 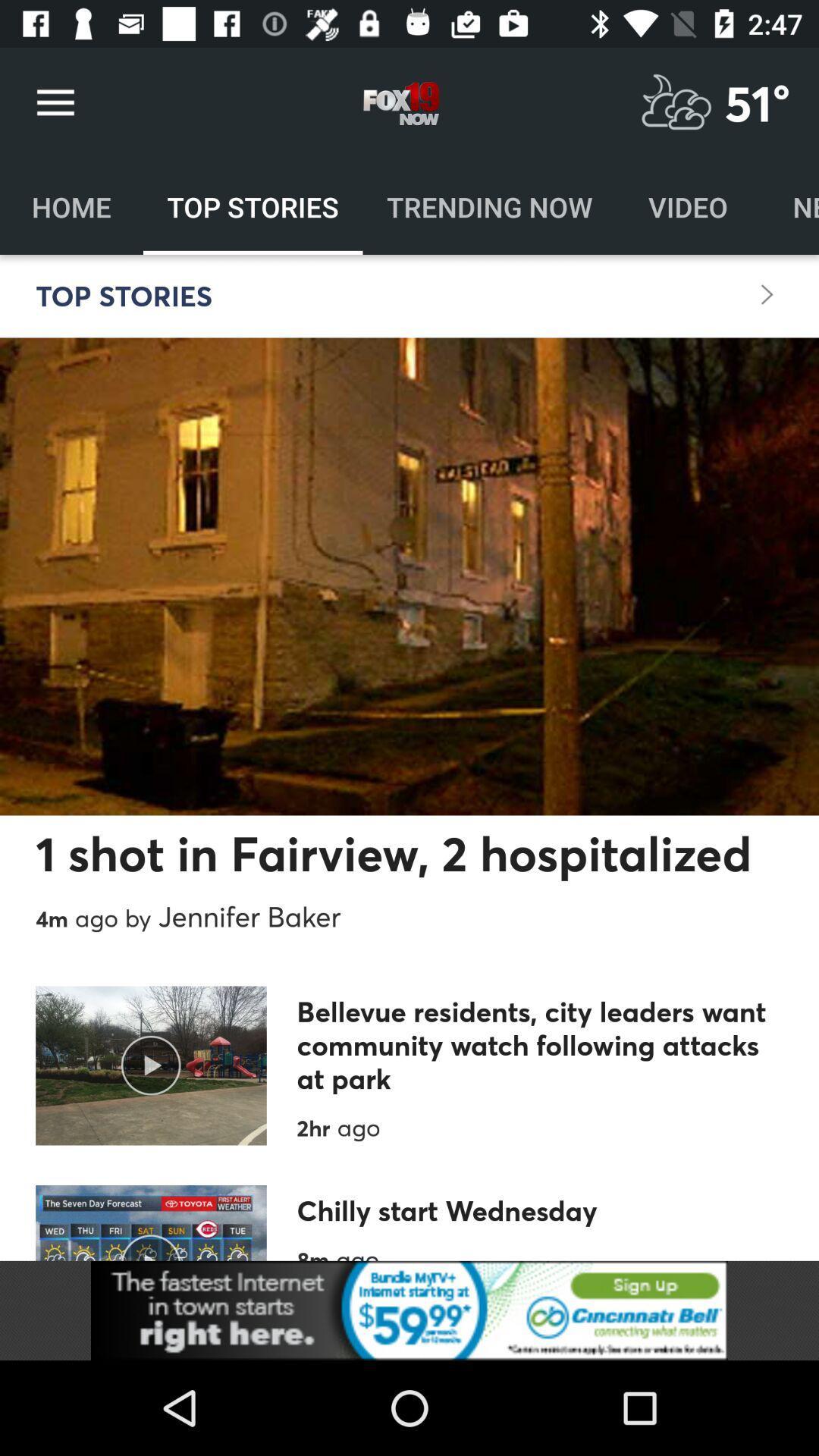 I want to click on advertisement, so click(x=409, y=1310).